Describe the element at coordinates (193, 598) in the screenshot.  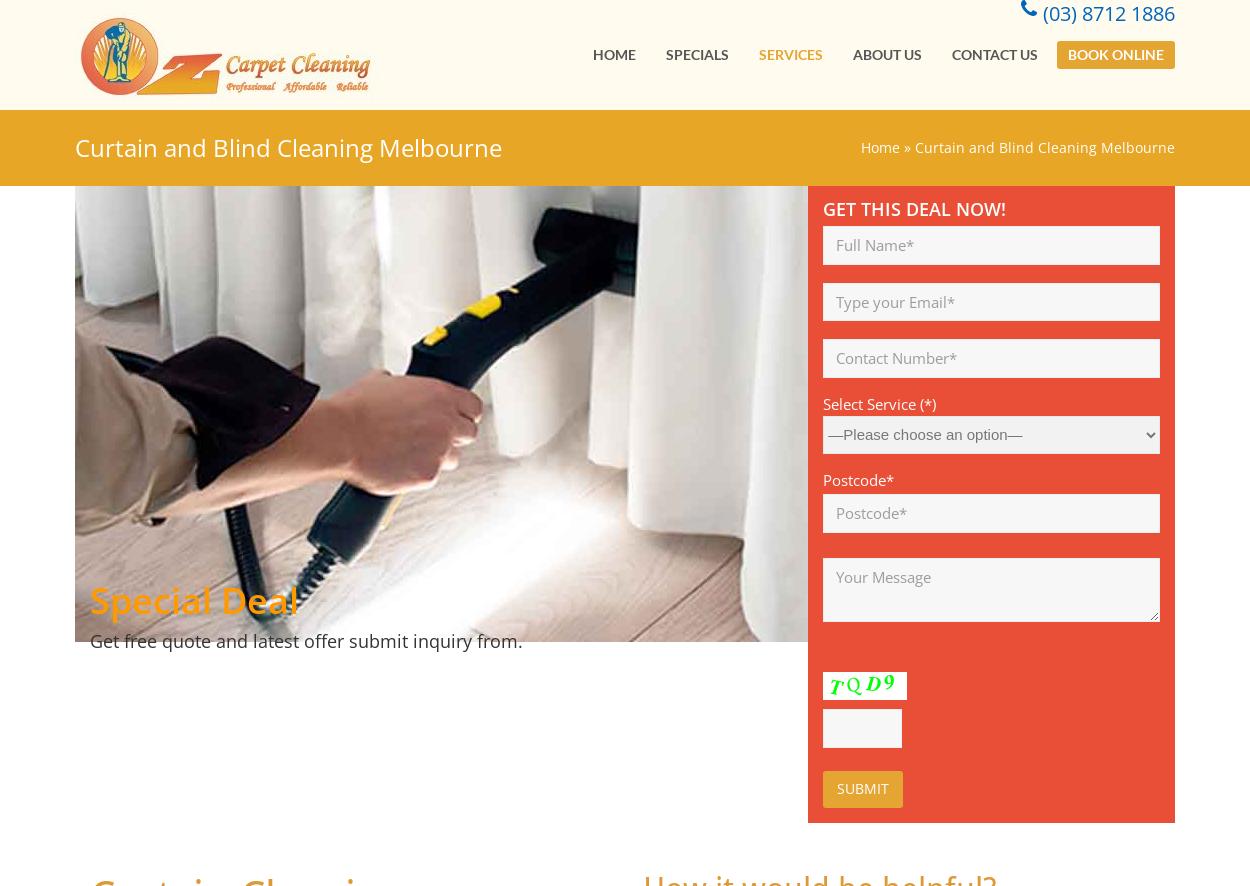
I see `'Special Deal'` at that location.